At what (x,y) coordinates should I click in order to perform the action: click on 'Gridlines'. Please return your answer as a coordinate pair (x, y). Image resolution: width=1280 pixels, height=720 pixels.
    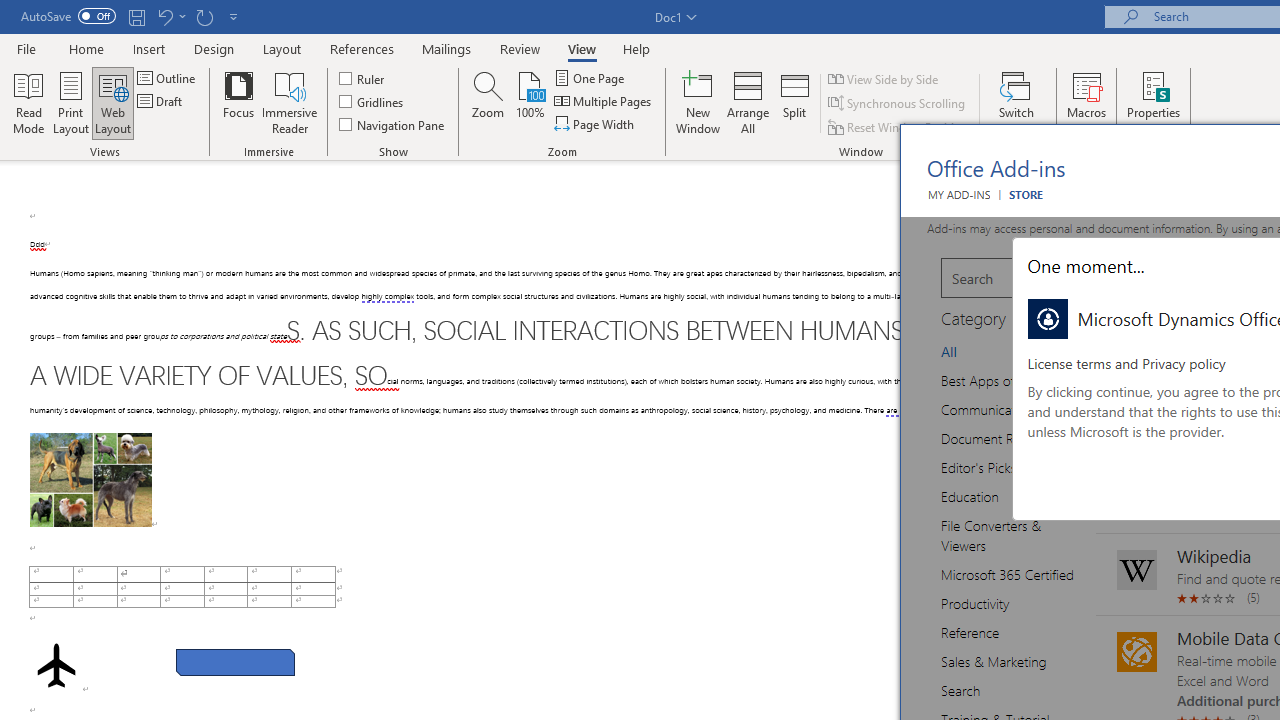
    Looking at the image, I should click on (372, 101).